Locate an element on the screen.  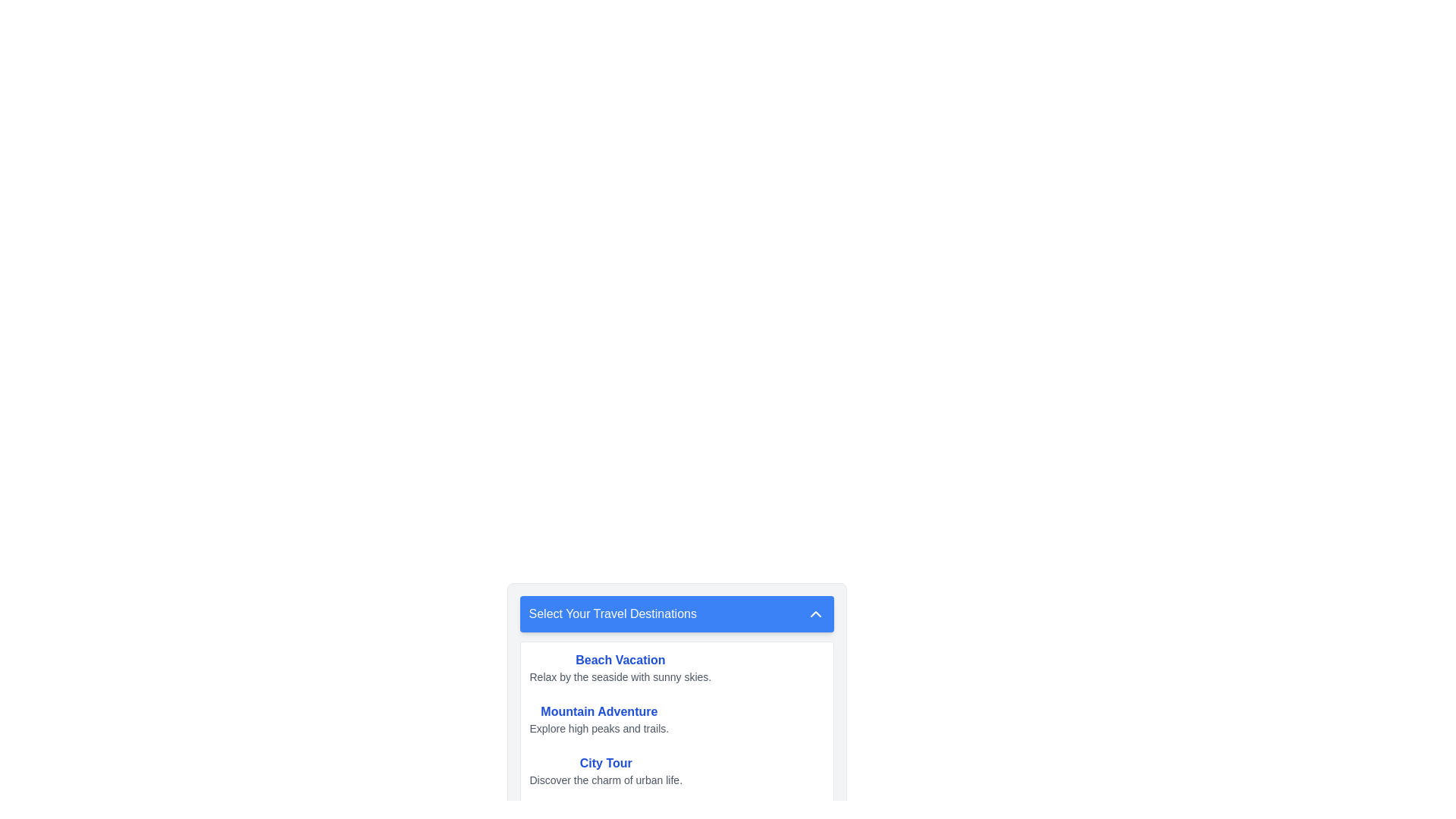
the static text label that displays 'Explore high peaks and trails.' positioned below the blue header 'Select Your Travel Destinations' is located at coordinates (598, 727).